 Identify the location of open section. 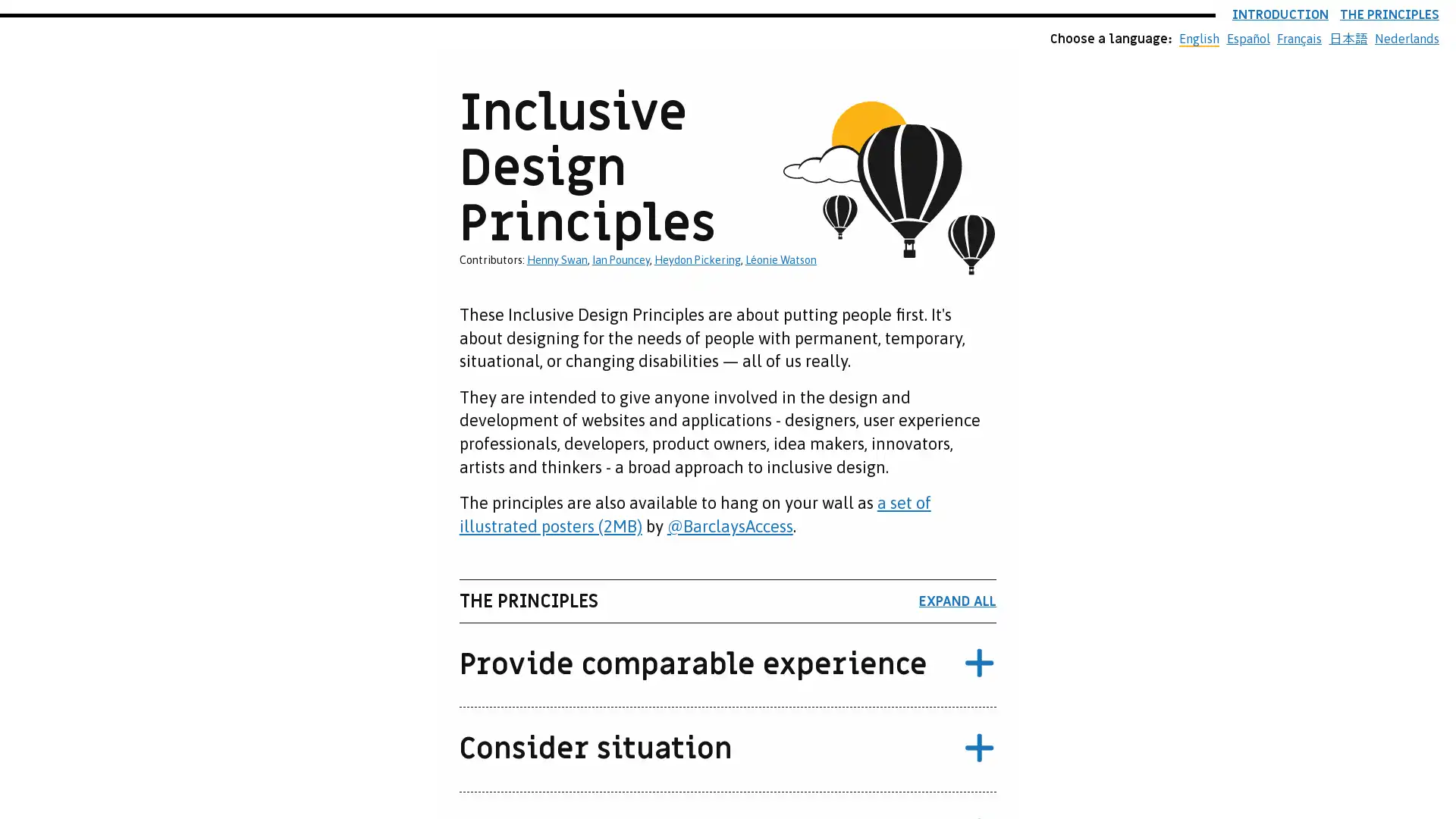
(979, 664).